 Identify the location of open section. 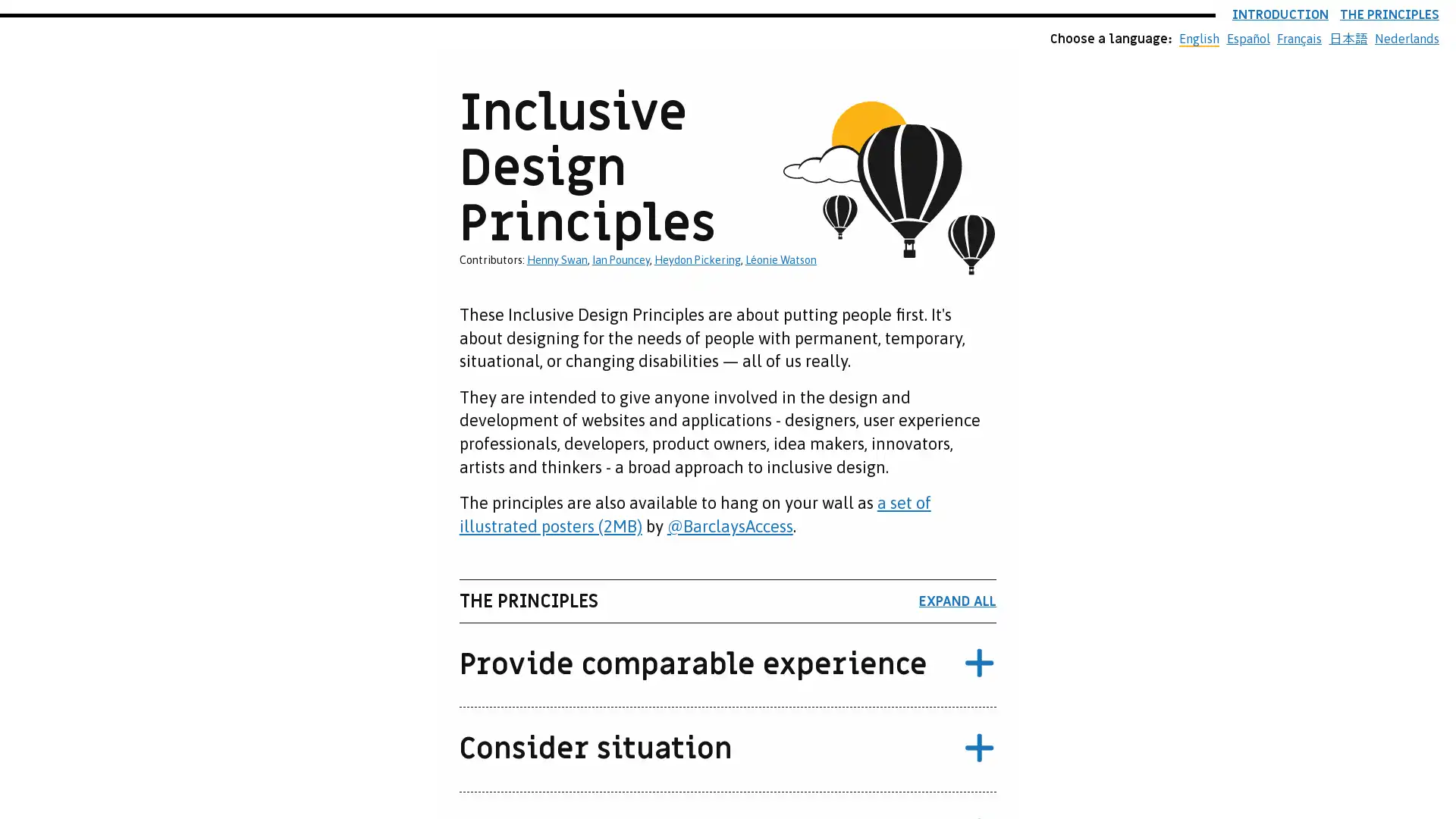
(979, 664).